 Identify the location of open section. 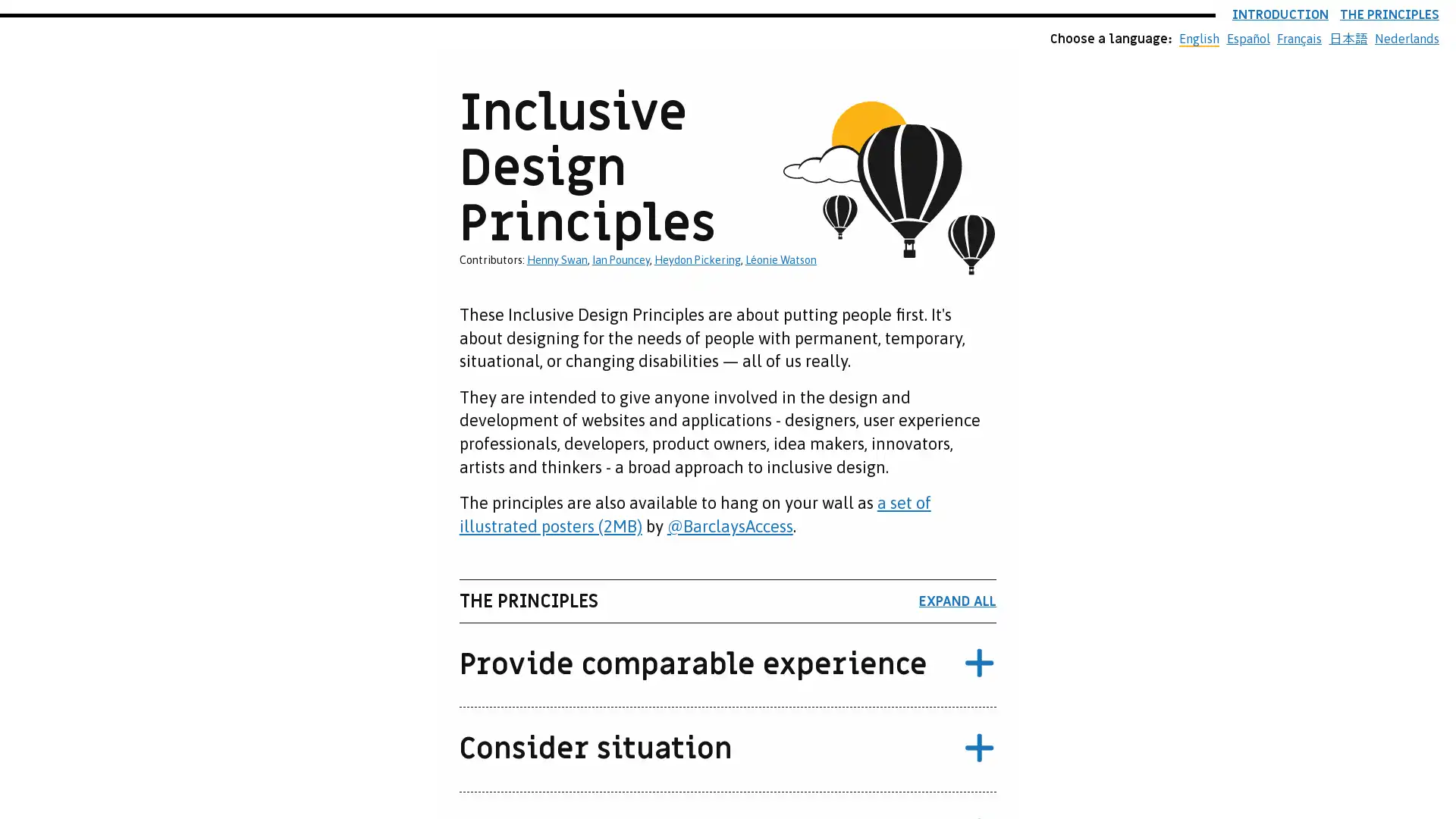
(979, 664).